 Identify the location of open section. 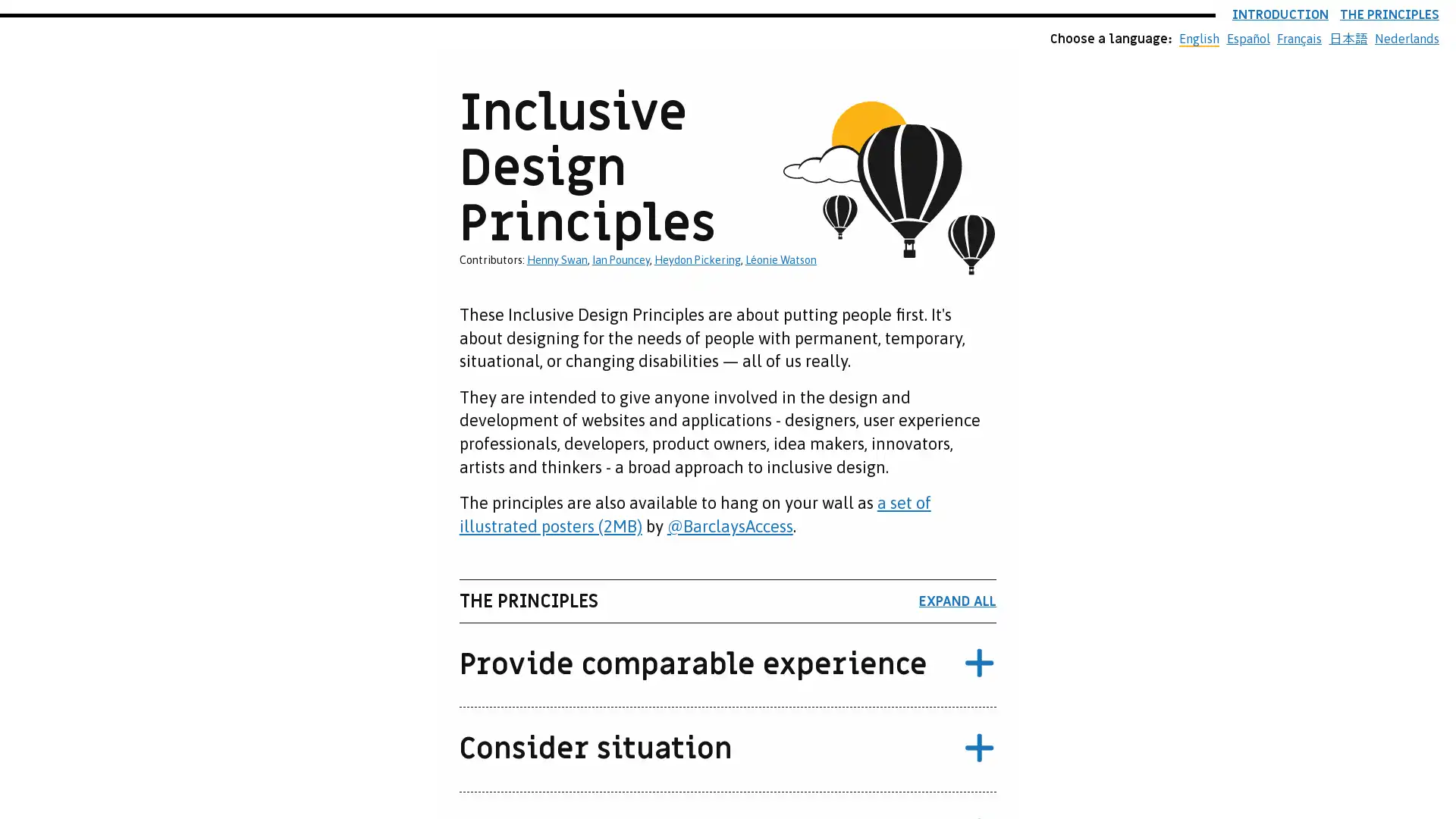
(979, 664).